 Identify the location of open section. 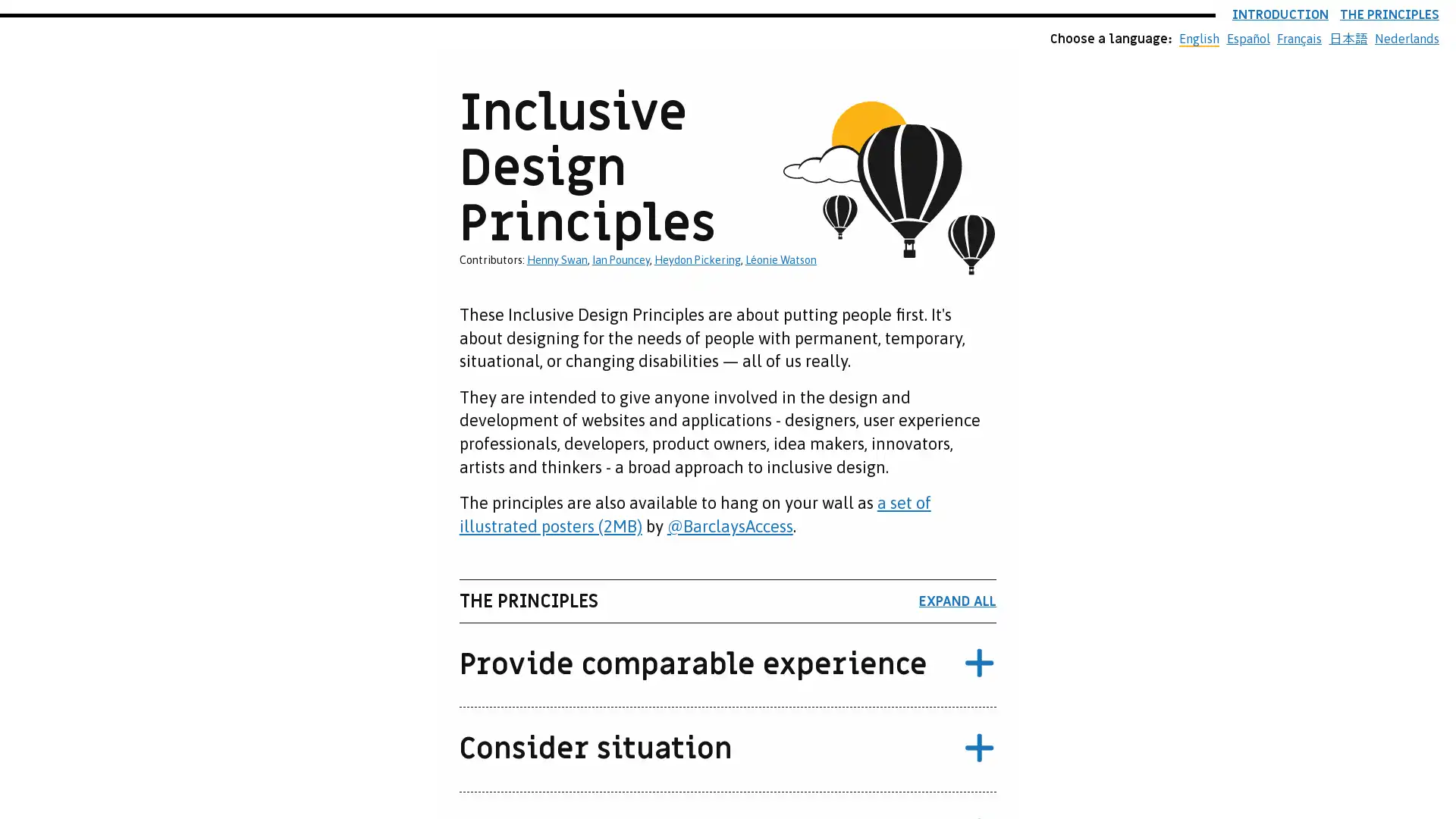
(979, 664).